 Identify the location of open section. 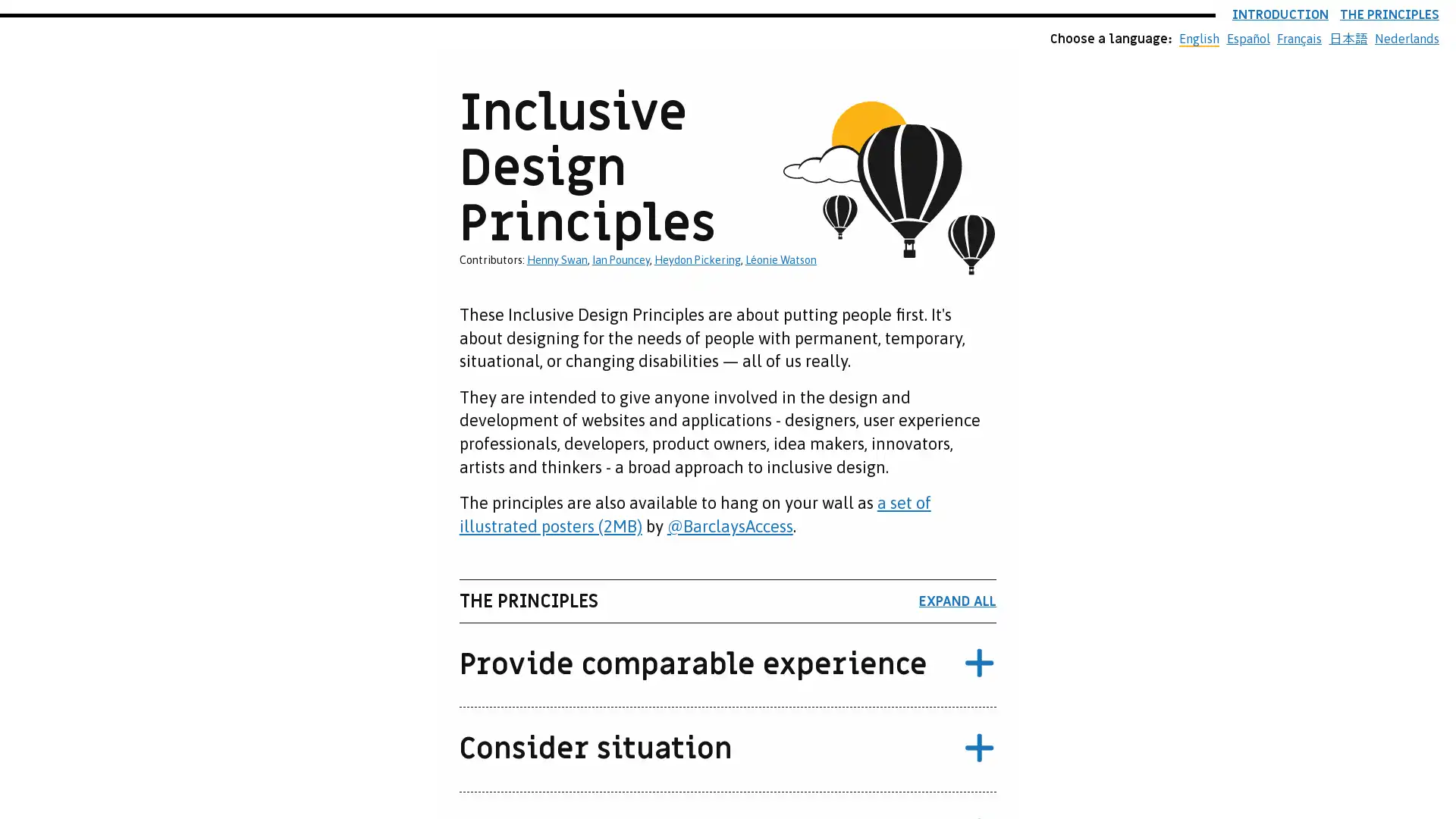
(979, 664).